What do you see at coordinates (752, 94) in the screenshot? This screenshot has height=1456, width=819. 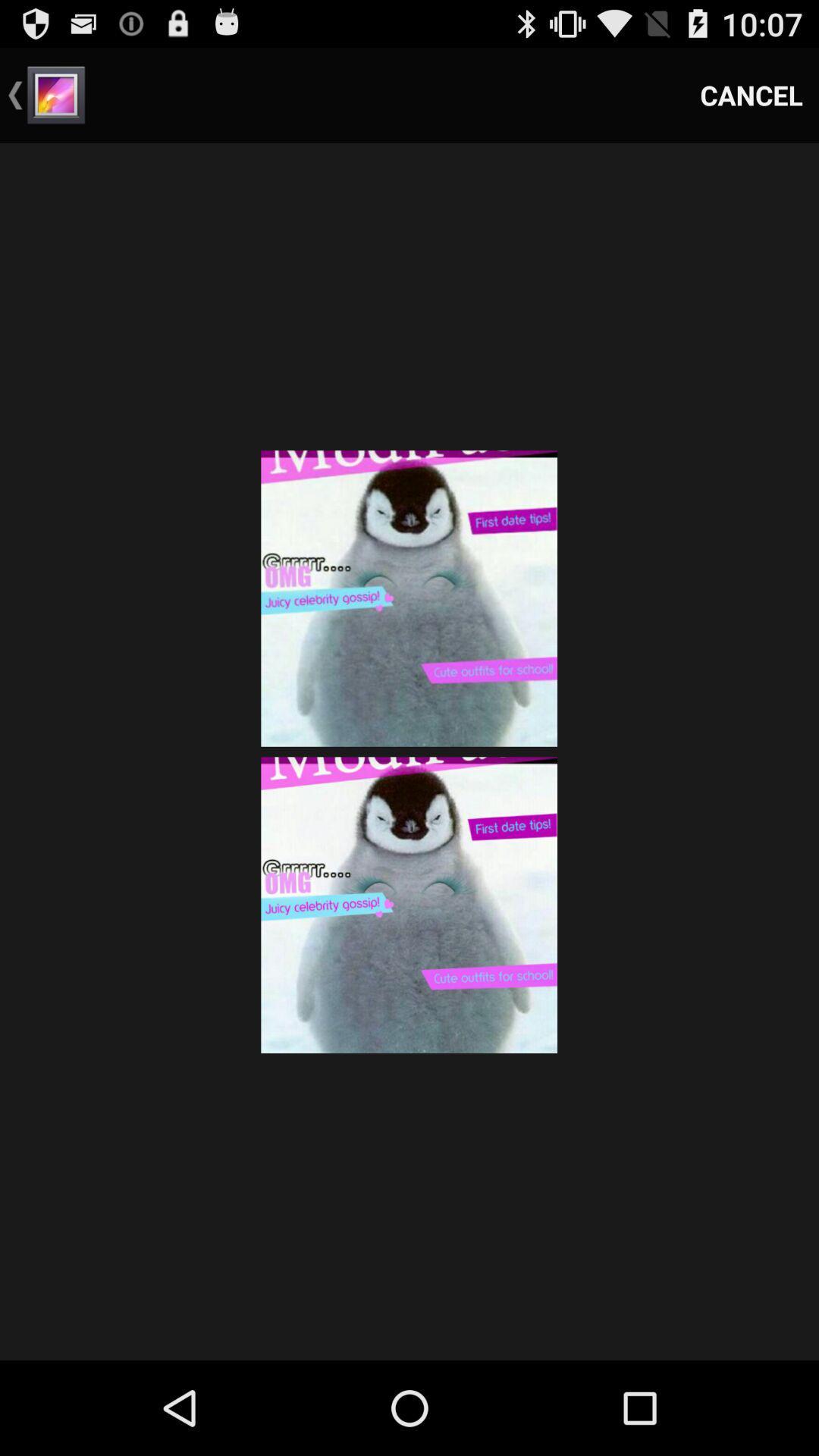 I see `the cancel item` at bounding box center [752, 94].